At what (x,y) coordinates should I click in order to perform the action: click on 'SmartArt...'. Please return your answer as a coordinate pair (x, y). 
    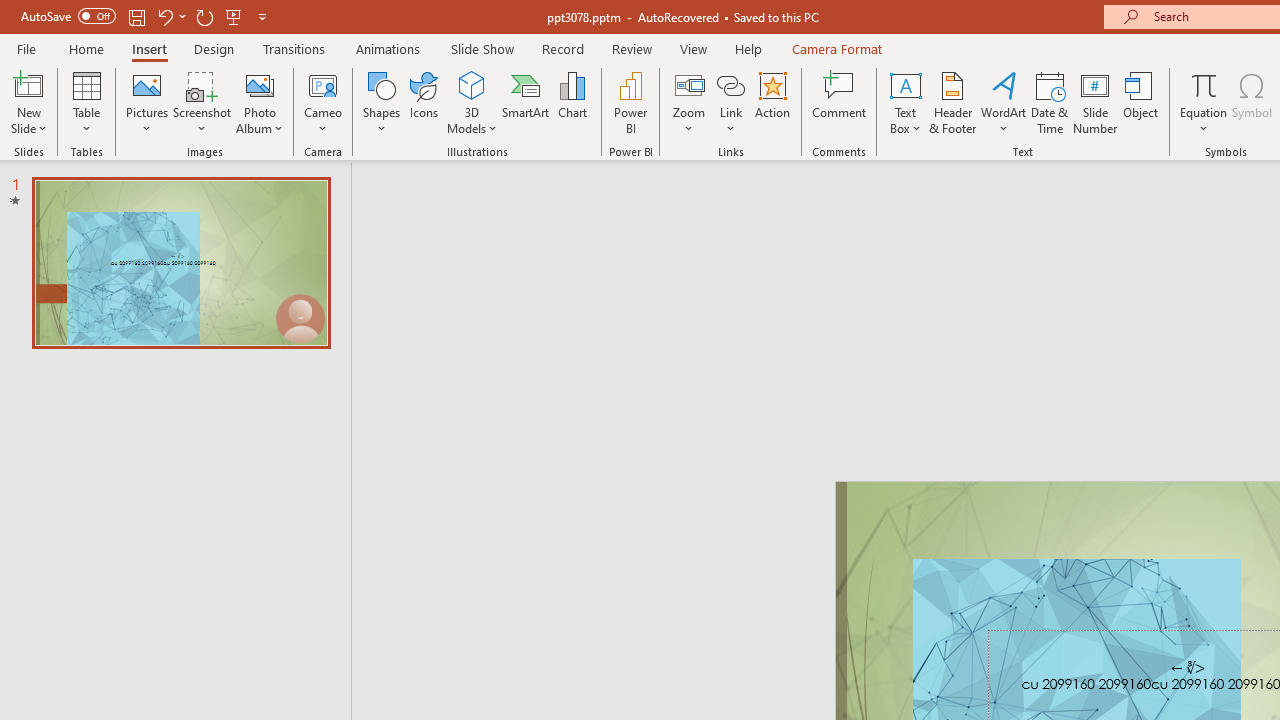
    Looking at the image, I should click on (526, 103).